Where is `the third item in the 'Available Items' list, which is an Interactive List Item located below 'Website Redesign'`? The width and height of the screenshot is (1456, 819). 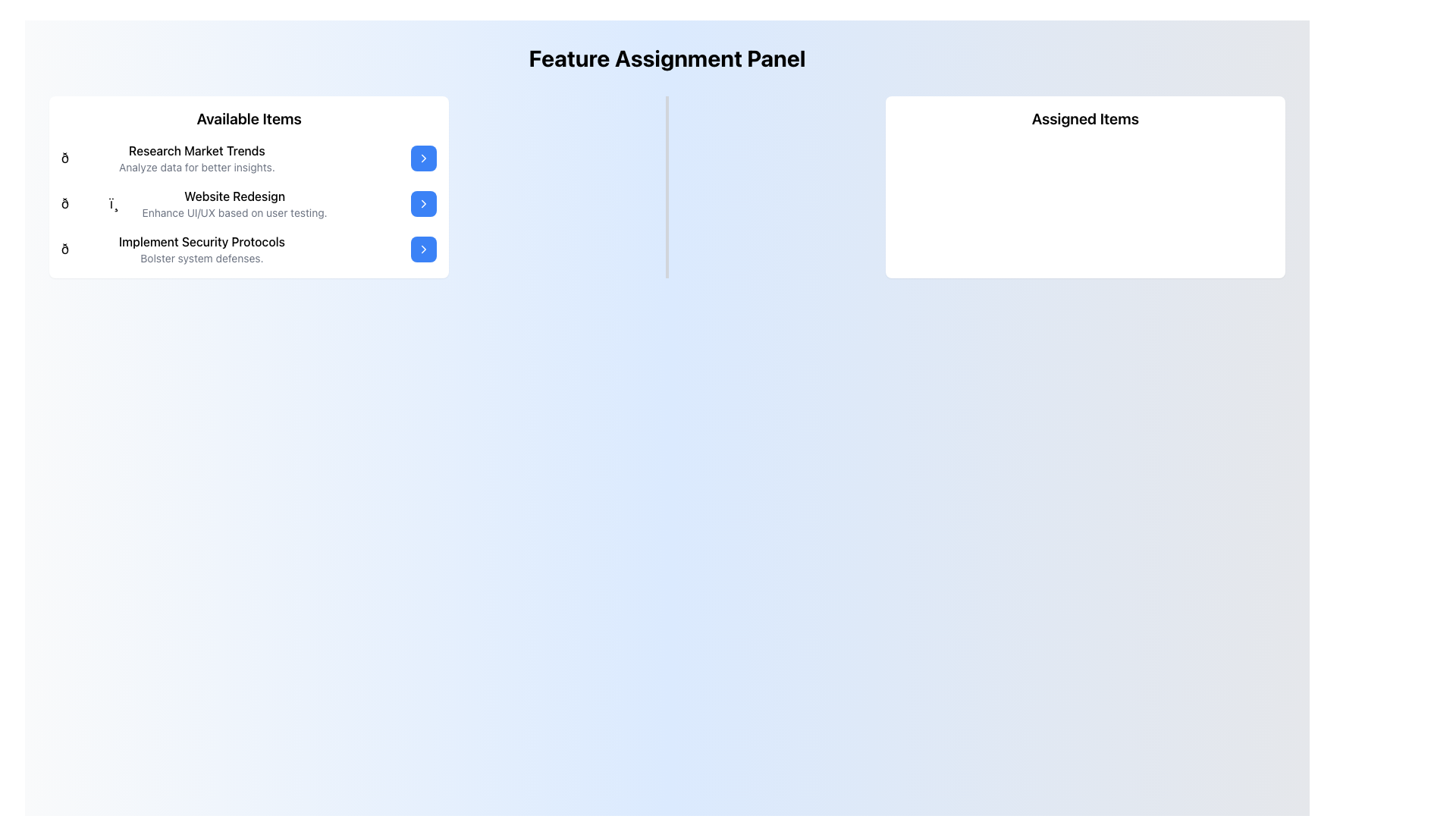
the third item in the 'Available Items' list, which is an Interactive List Item located below 'Website Redesign' is located at coordinates (249, 248).